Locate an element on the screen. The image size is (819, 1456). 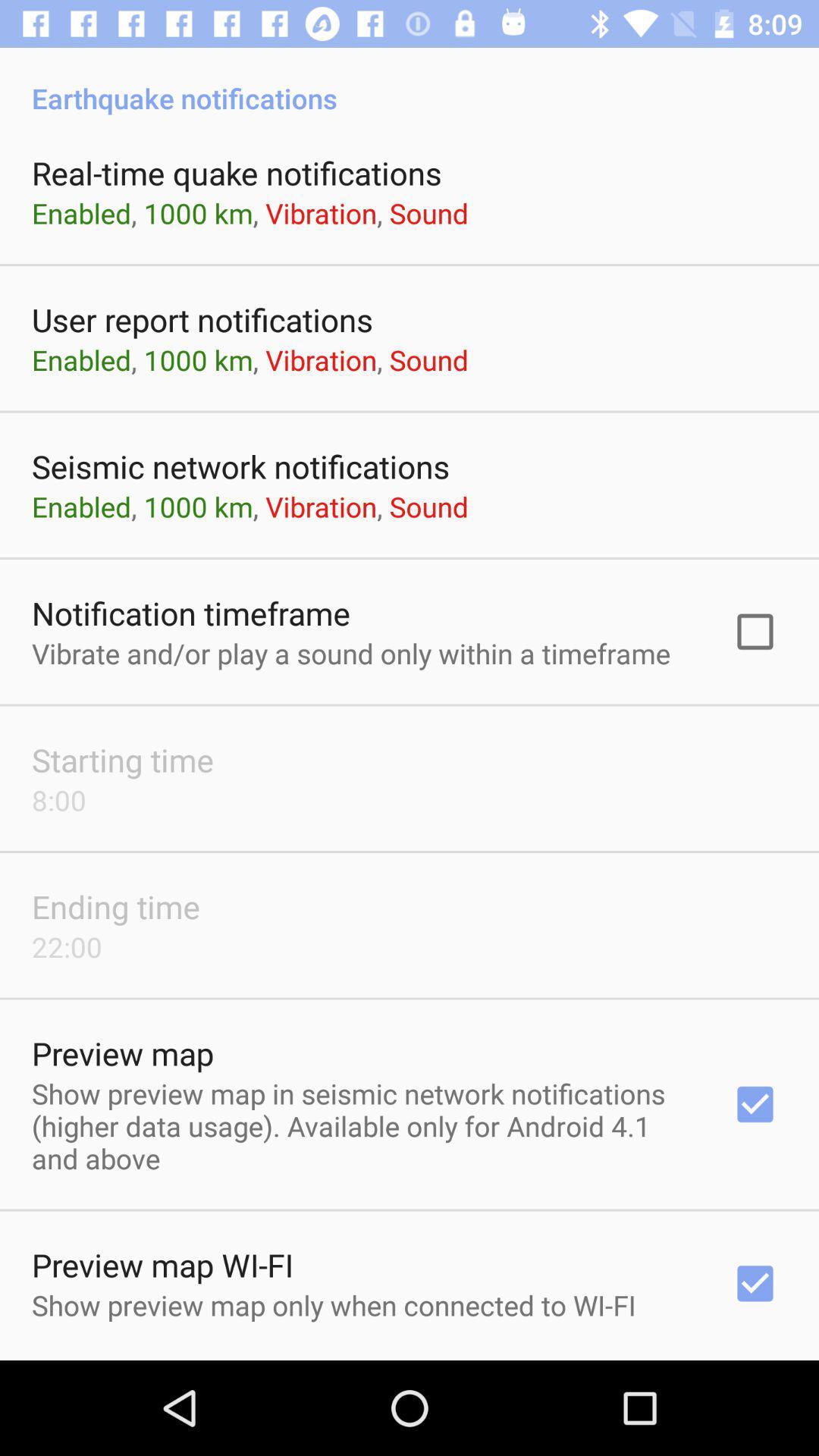
vibrate and or app is located at coordinates (351, 653).